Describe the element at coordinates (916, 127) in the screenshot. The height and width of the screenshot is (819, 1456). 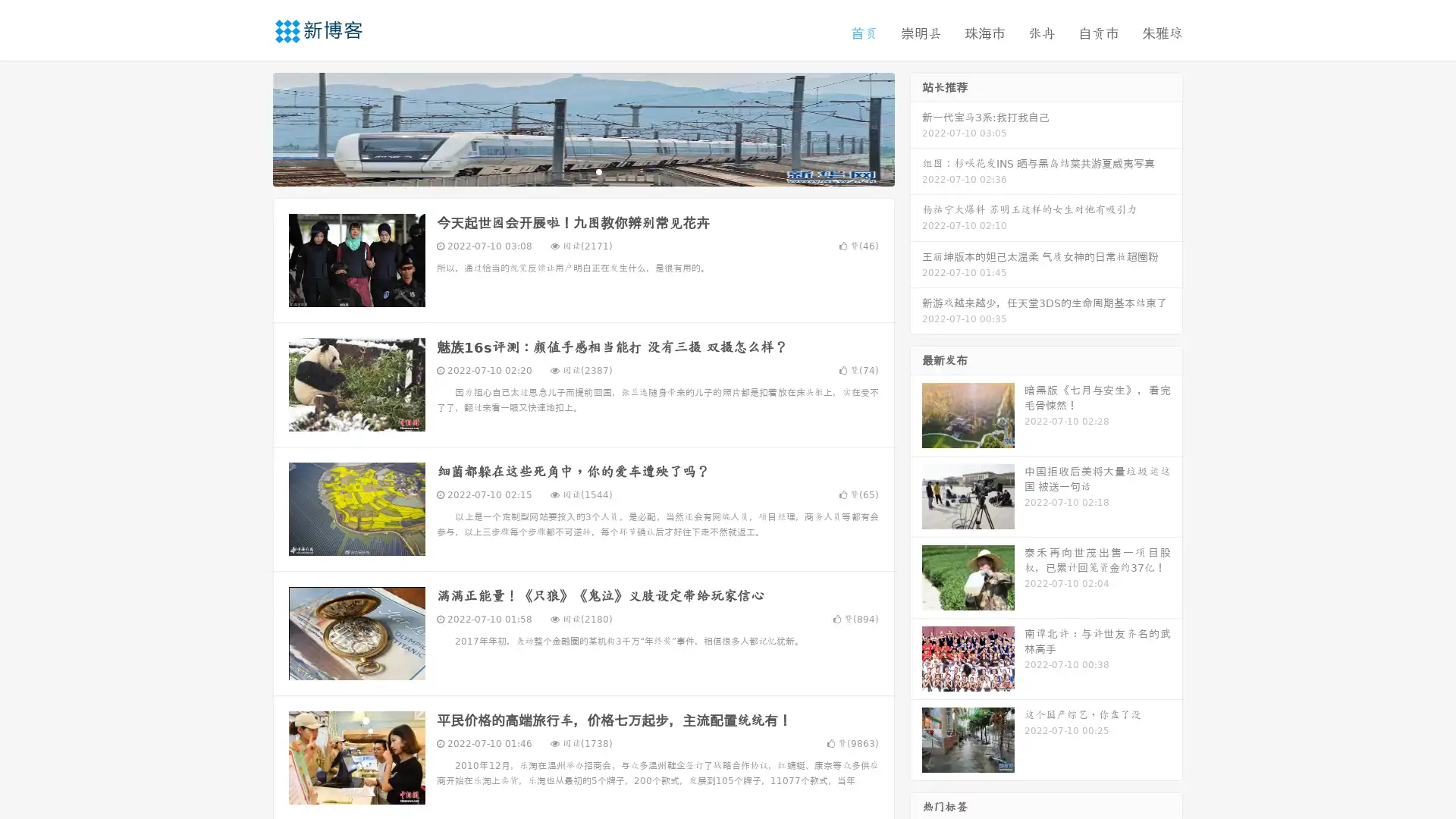
I see `Next slide` at that location.